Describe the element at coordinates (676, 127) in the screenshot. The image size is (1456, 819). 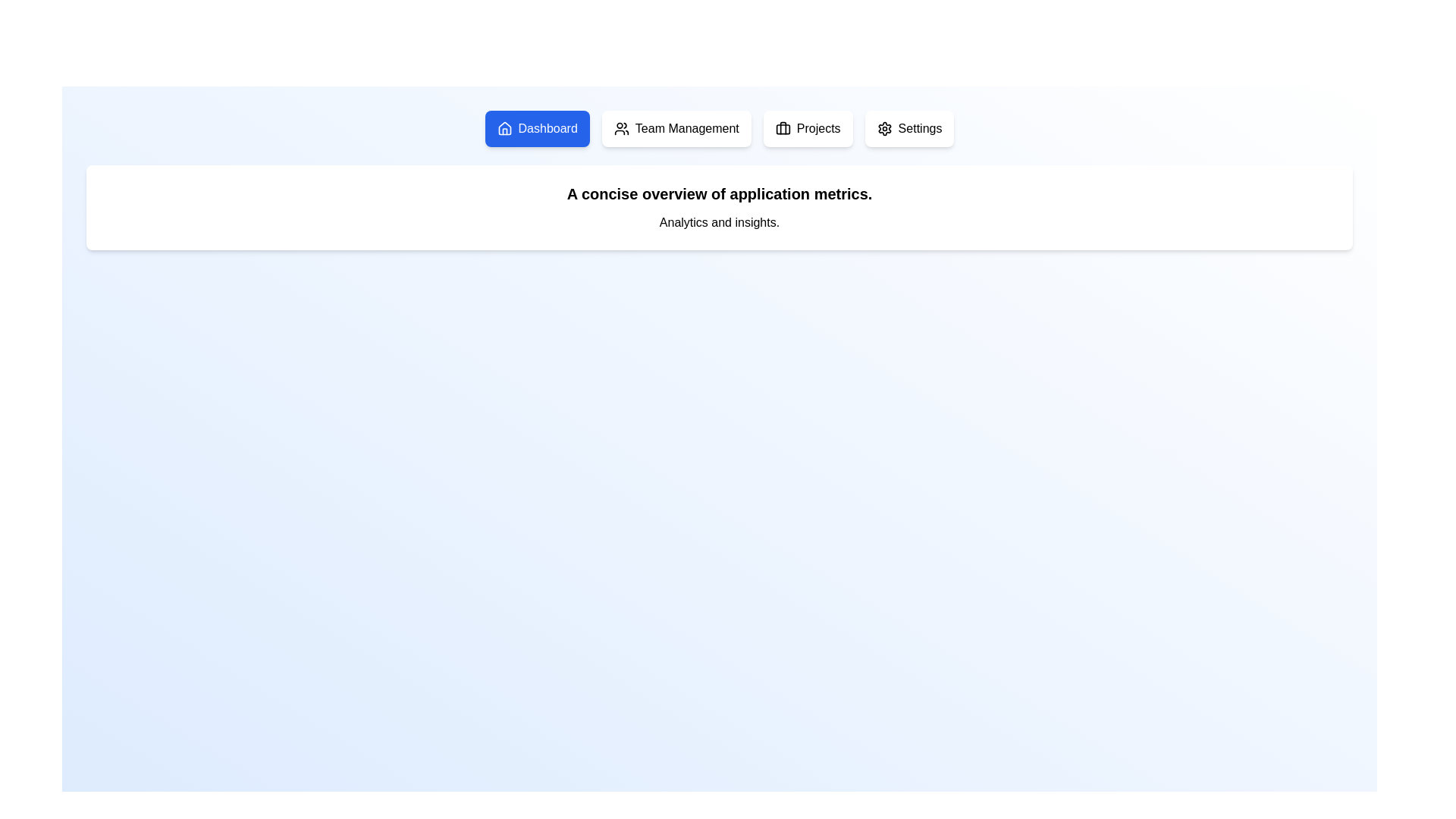
I see `the 'Team Management' button, which is the second button from the left in the row of four buttons at the upper portion of the page` at that location.